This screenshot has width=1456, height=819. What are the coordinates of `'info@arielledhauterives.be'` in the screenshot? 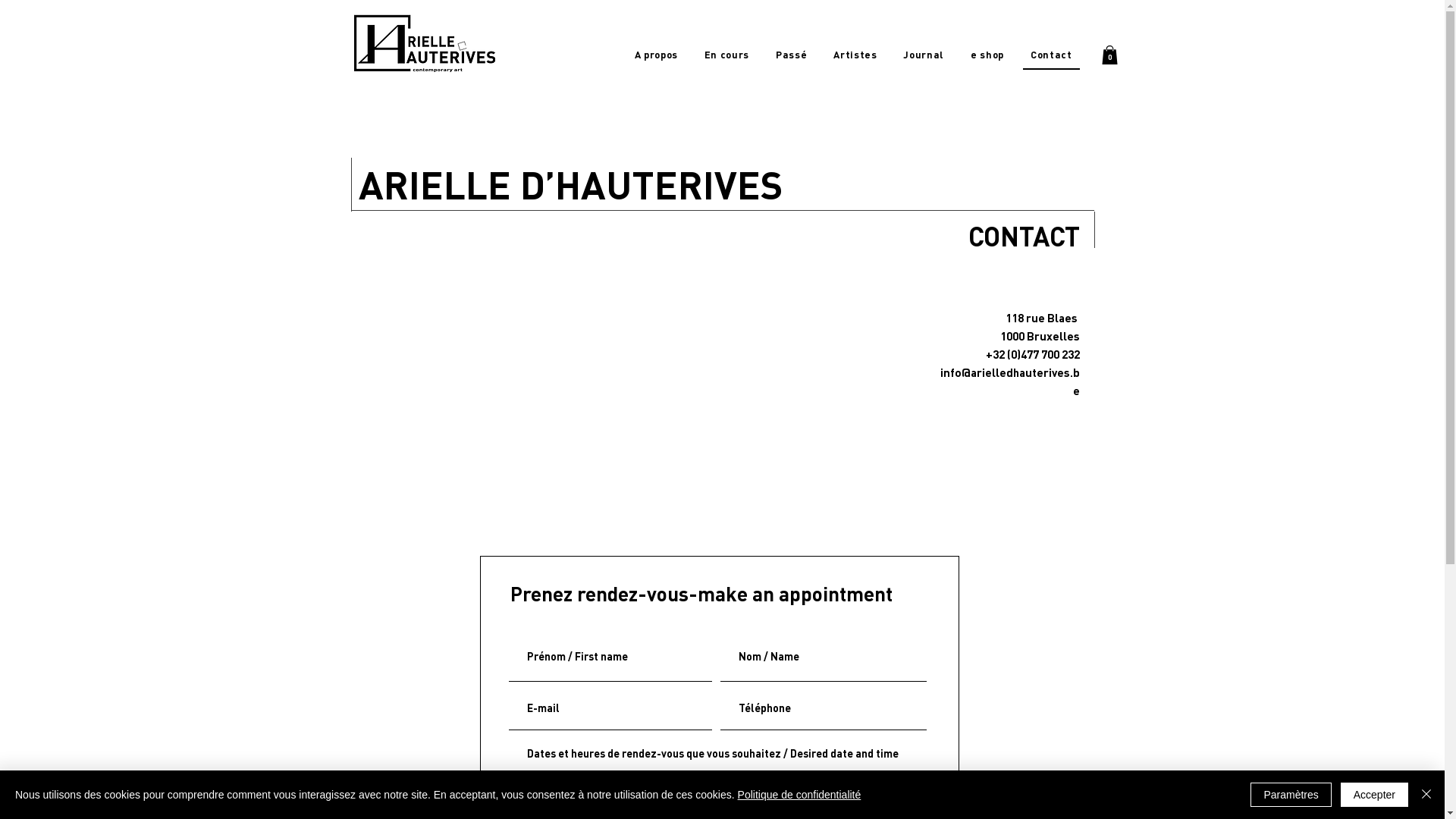 It's located at (1010, 380).